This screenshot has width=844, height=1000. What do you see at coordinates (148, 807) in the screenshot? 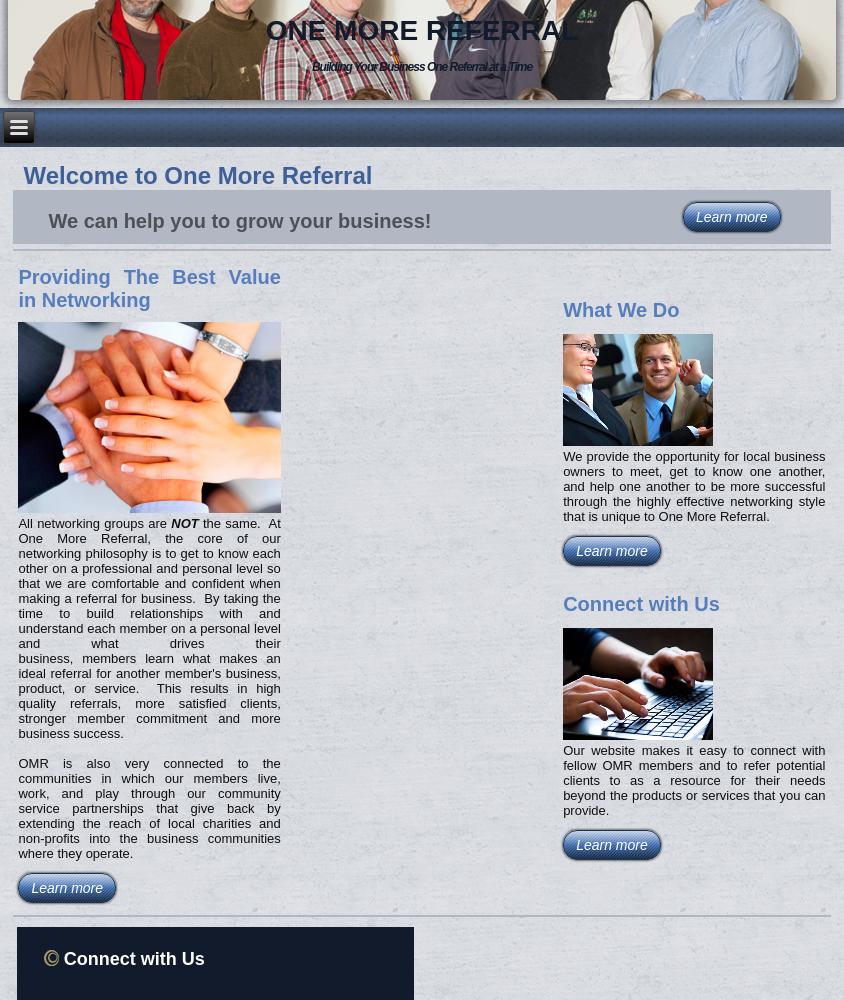
I see `'OMR is also very connected to the communities in which our members live, work, and play through our community service partnerships that give back by extending the reach of local charities and non-profits into the business communities where they operate.'` at bounding box center [148, 807].